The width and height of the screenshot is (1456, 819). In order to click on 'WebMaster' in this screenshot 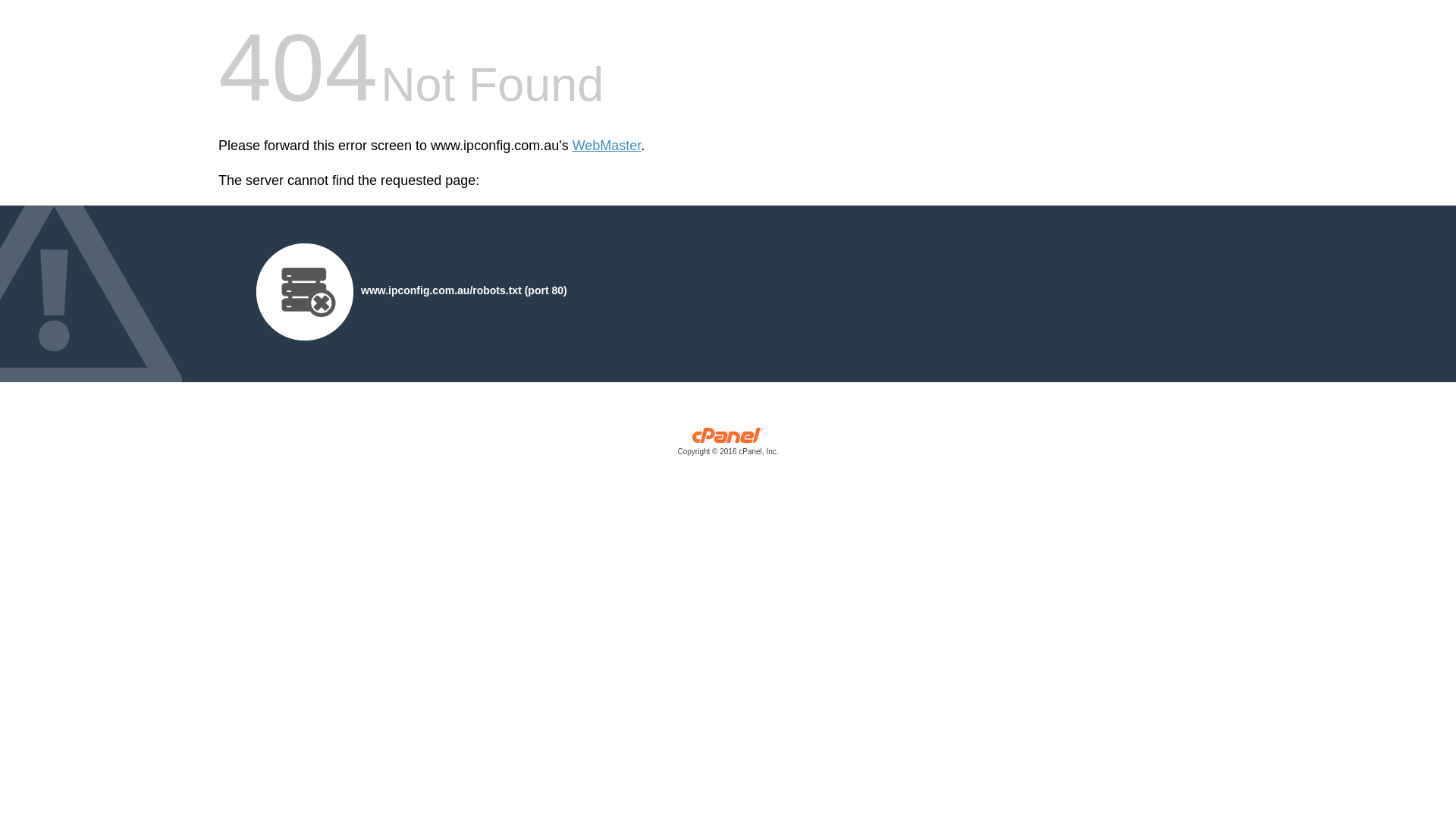, I will do `click(607, 146)`.